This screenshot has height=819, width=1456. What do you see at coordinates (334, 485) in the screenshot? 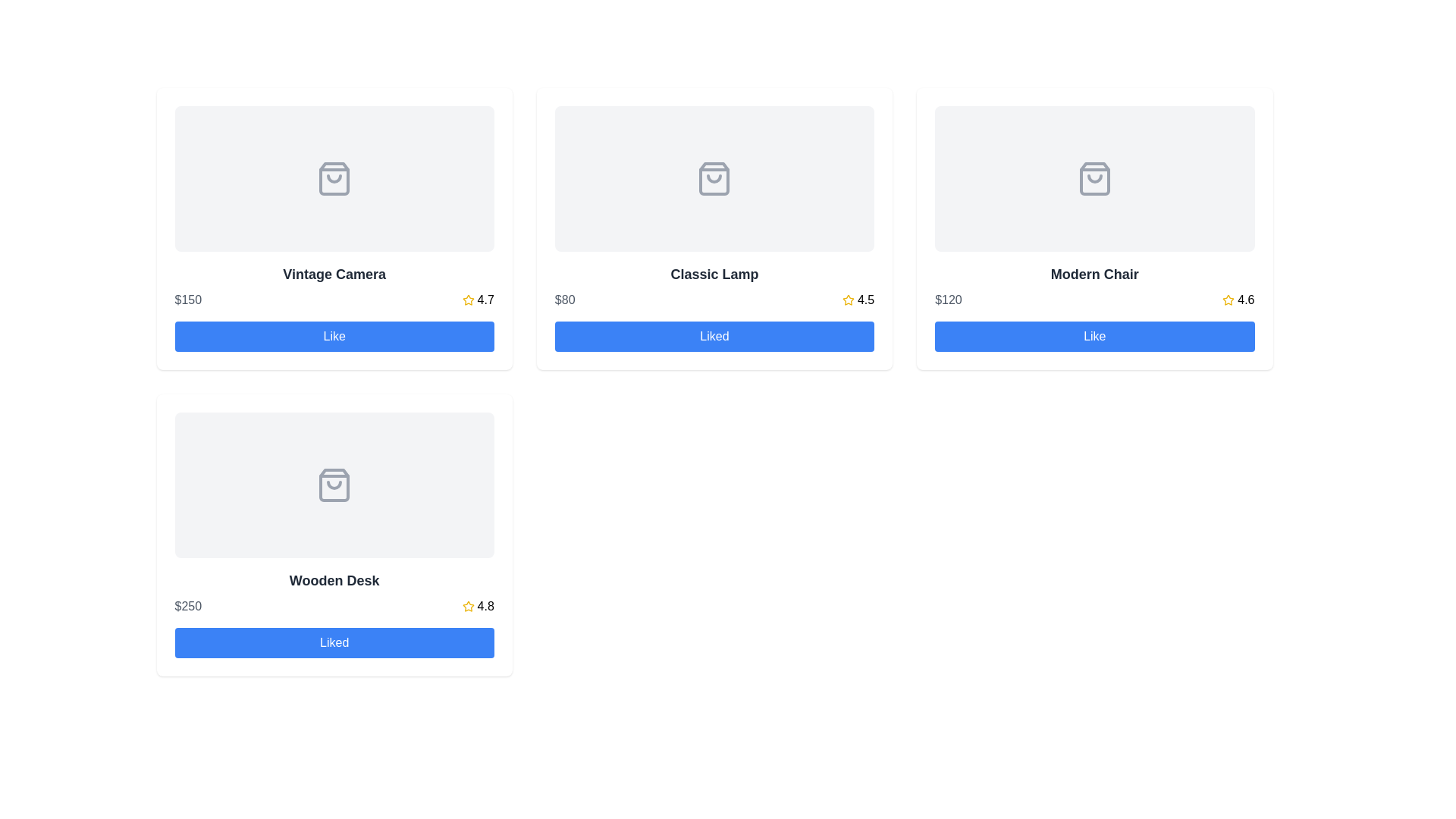
I see `the shopping bag icon located in the lower-left card displaying the 'Wooden Desk' product, which is centered in the light gray background area of the card` at bounding box center [334, 485].